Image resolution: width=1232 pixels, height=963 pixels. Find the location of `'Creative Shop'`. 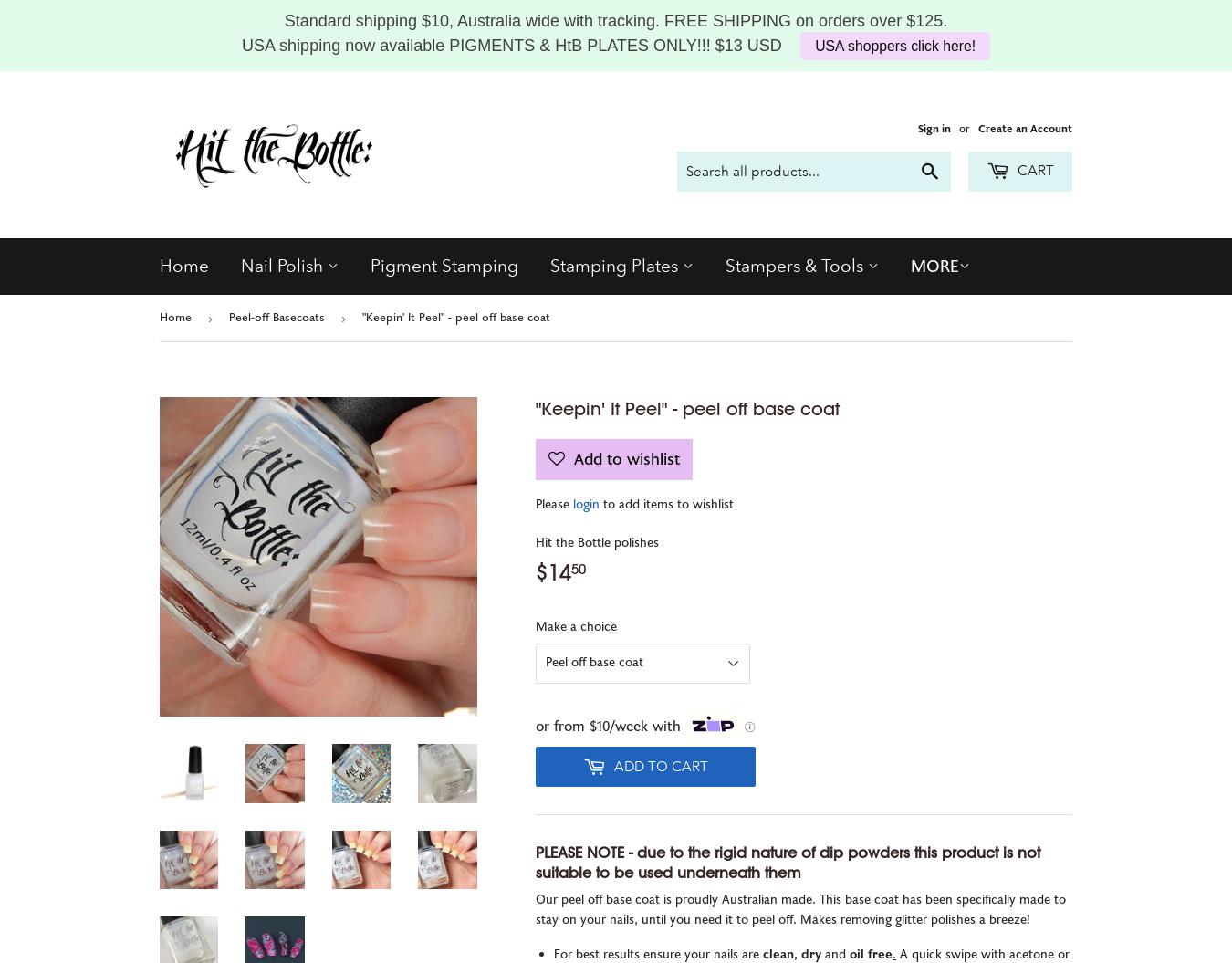

'Creative Shop' is located at coordinates (607, 315).